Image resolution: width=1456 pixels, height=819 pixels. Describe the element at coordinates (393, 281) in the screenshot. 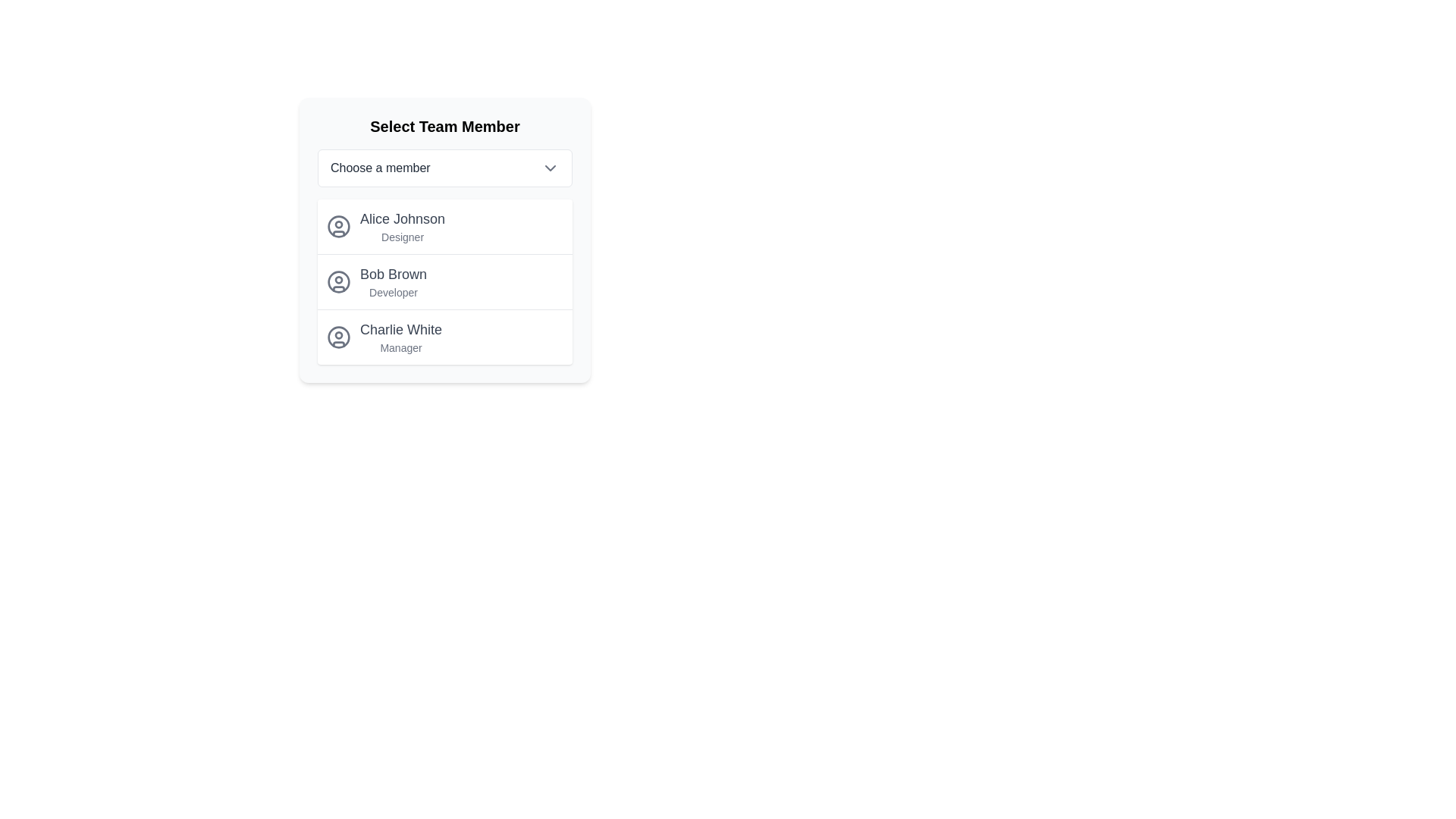

I see `text label displaying 'Bob Brown' and 'Developer', which is the second item in the list of team members under 'Select Team Member'` at that location.